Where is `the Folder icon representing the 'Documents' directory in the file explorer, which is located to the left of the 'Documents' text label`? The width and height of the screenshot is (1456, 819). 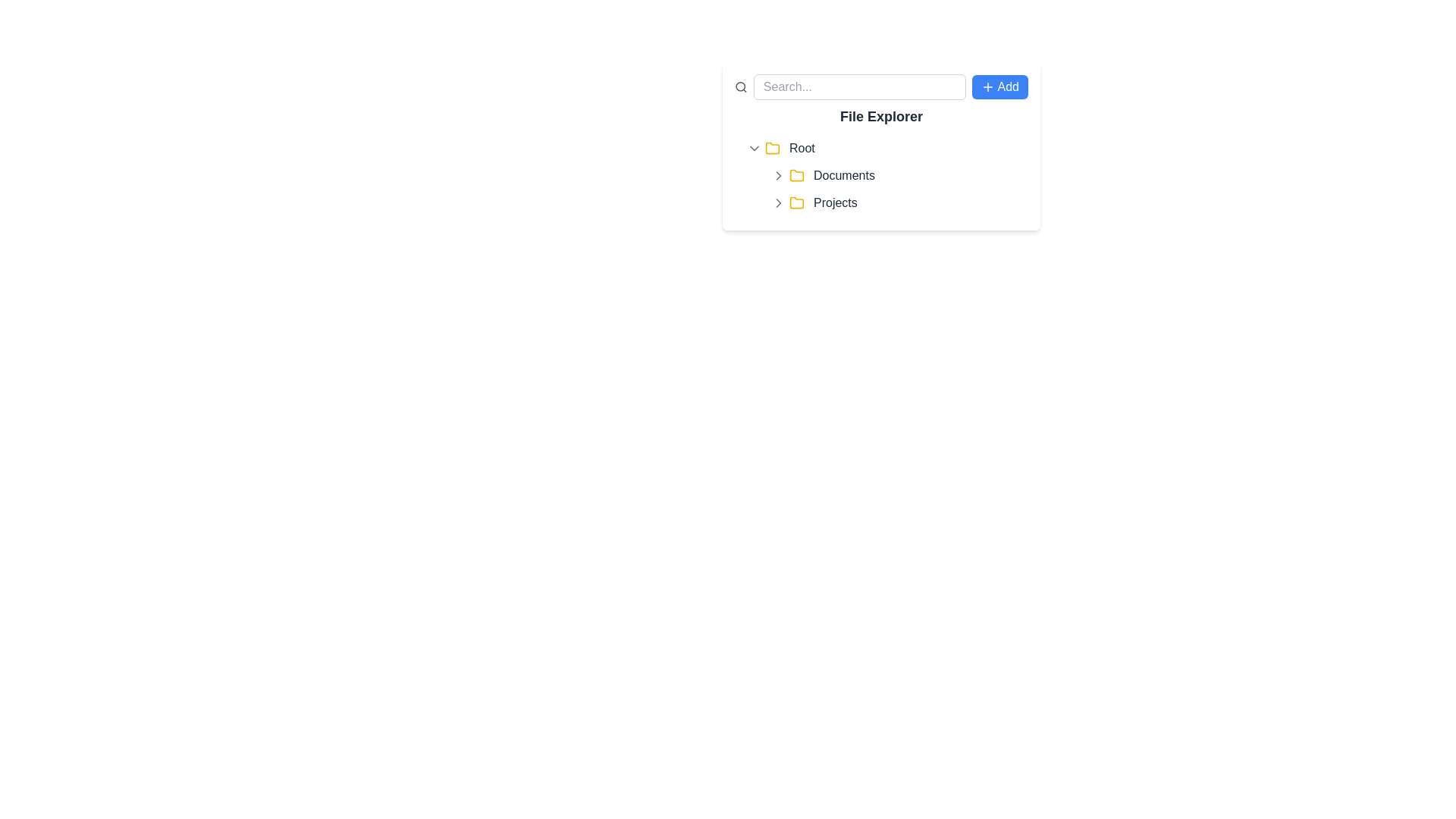 the Folder icon representing the 'Documents' directory in the file explorer, which is located to the left of the 'Documents' text label is located at coordinates (796, 174).